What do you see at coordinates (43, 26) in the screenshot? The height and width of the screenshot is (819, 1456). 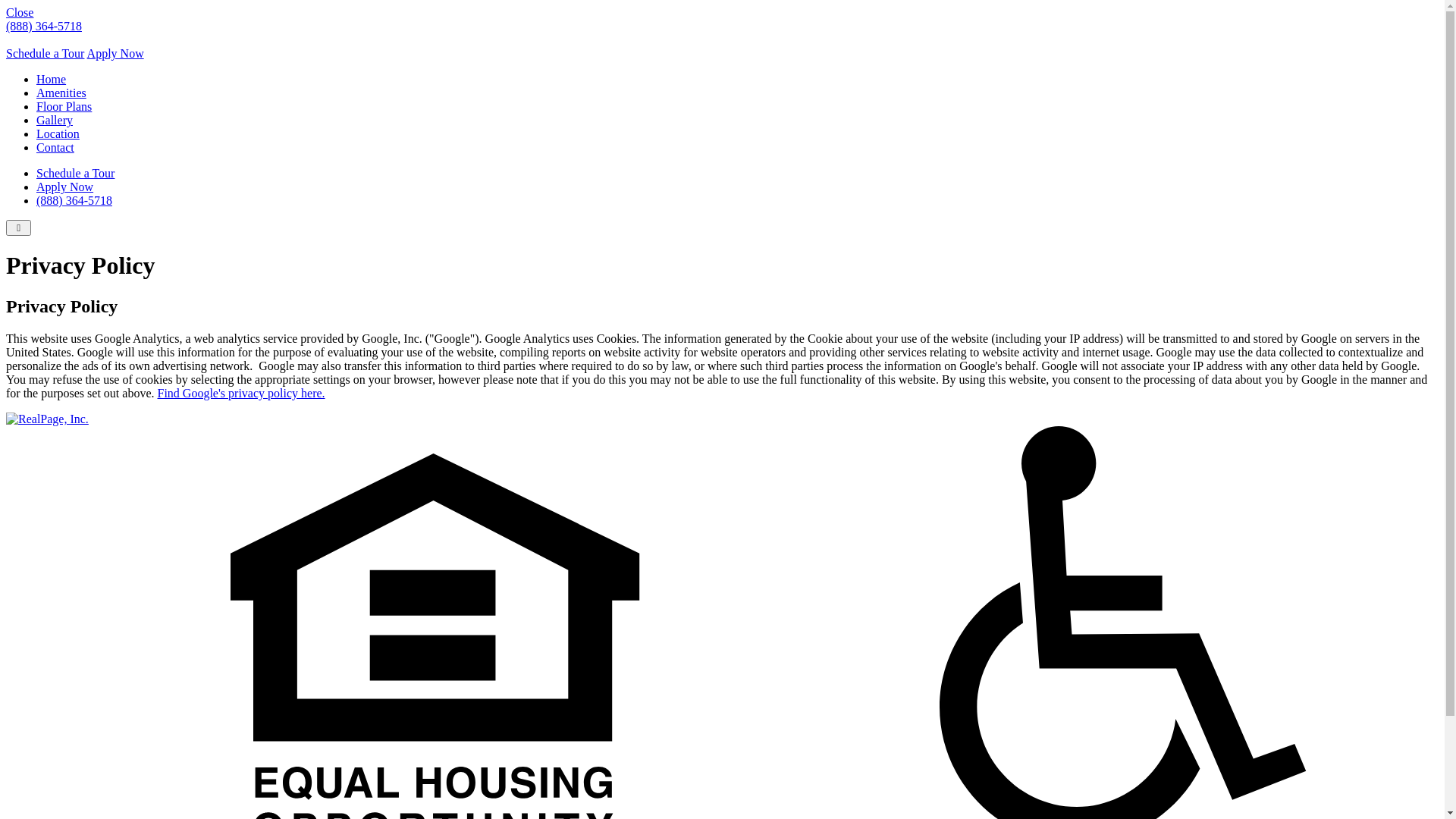 I see `'(888) 364-5718'` at bounding box center [43, 26].